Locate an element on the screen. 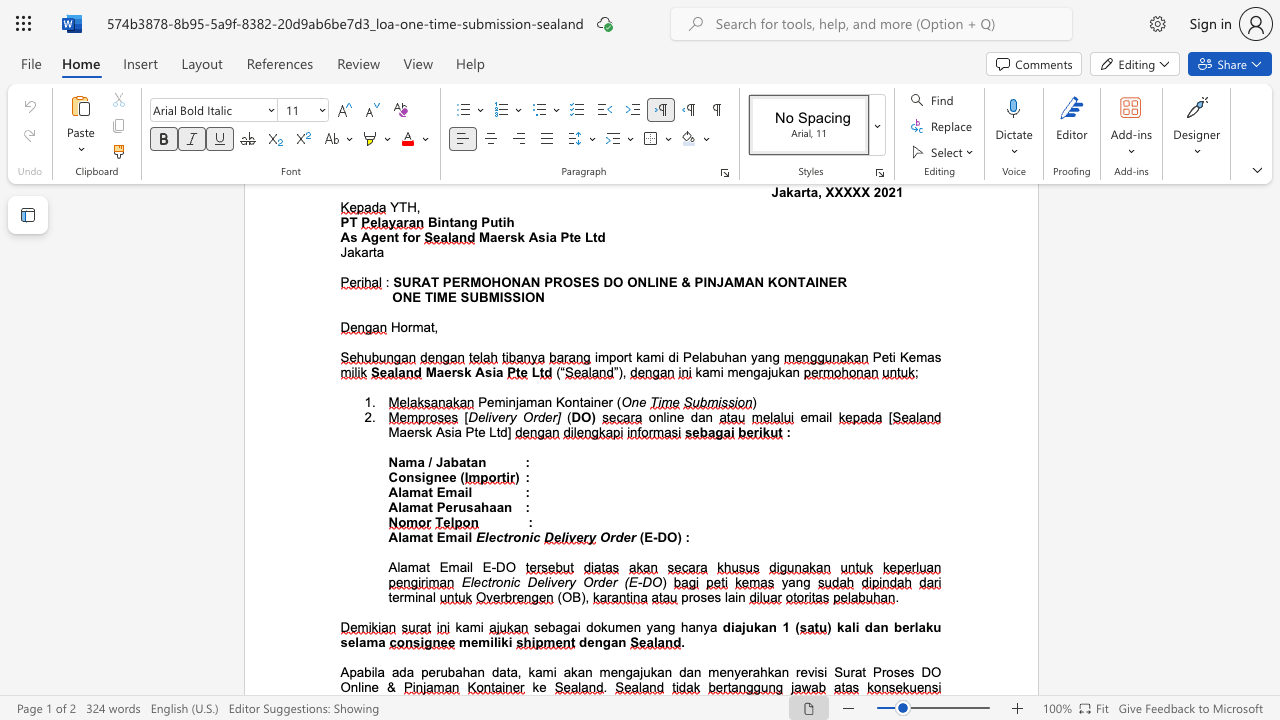  the subset text "O Onlin" within the text "Proses DO Online &" is located at coordinates (930, 672).